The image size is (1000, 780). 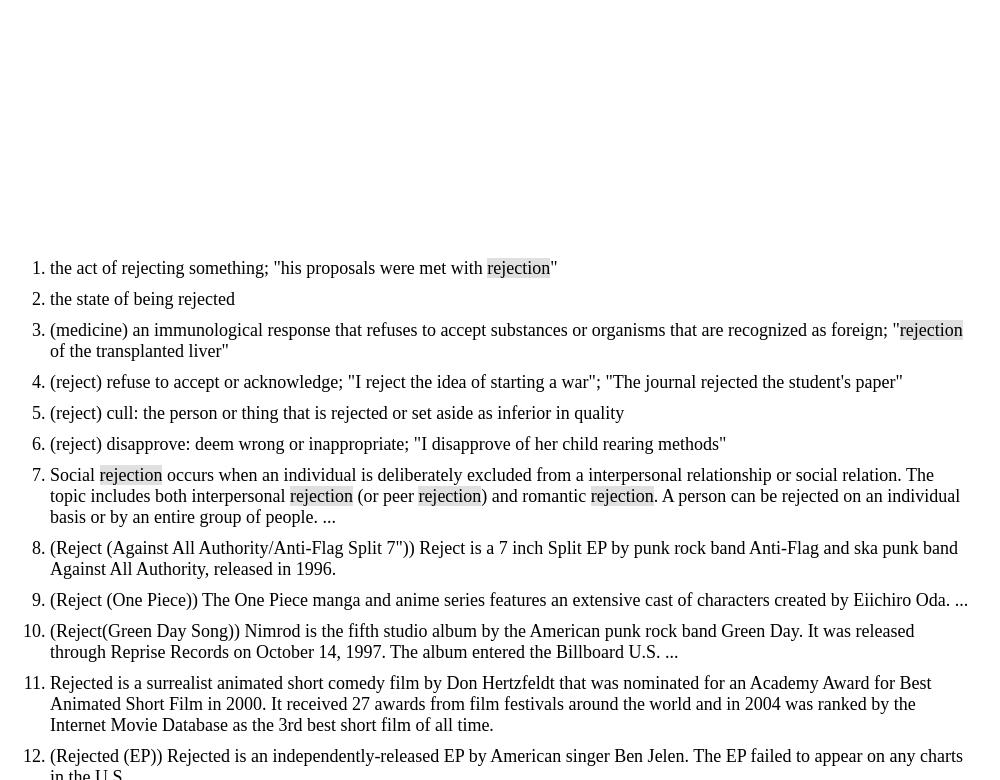 I want to click on 'Social', so click(x=73, y=475).